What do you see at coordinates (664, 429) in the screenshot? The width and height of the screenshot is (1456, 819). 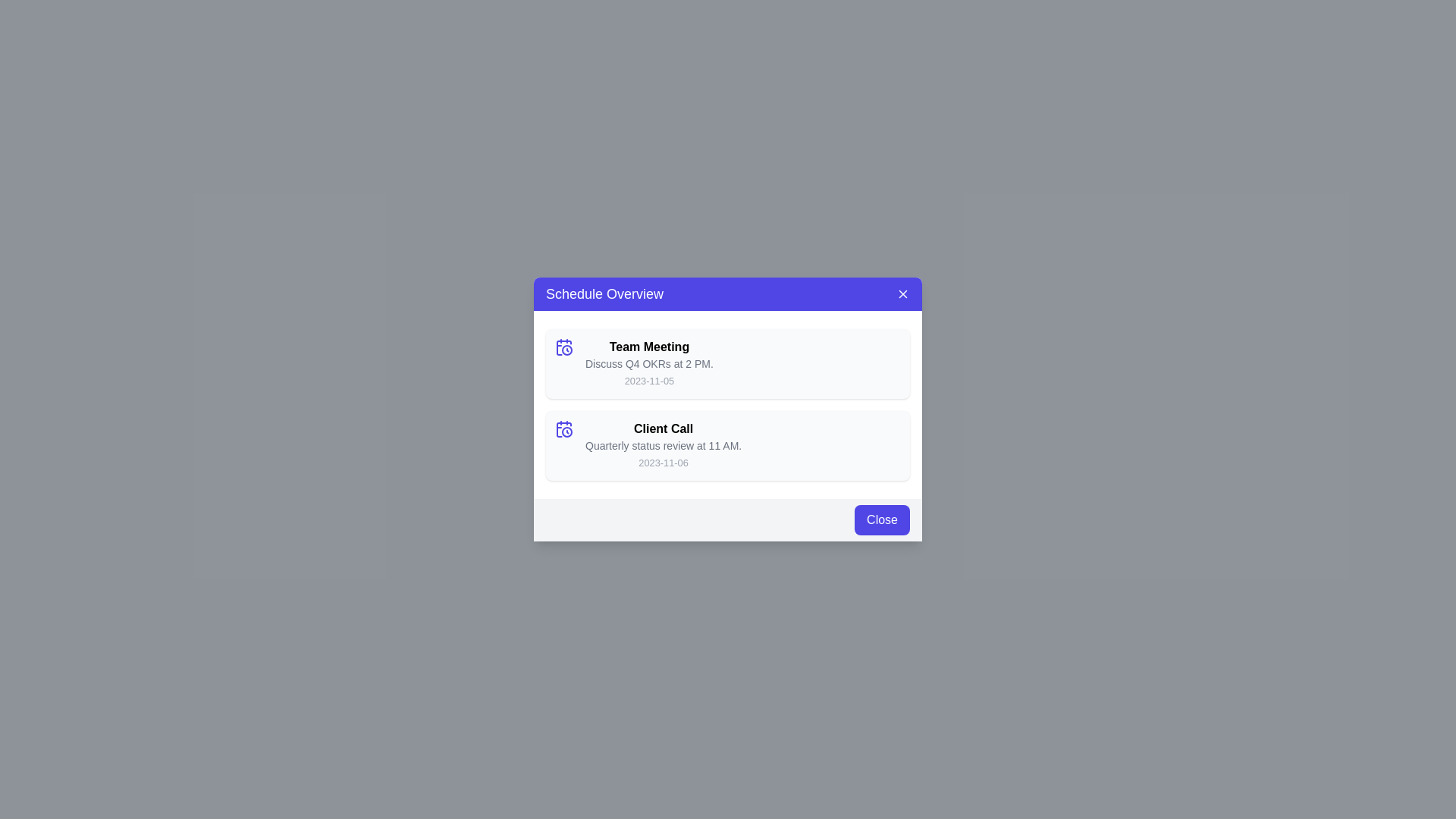 I see `the Text Label that serves as the title for the 'Client Call' event entry, which is positioned above the description text and the date in the 'Schedule Overview' modal` at bounding box center [664, 429].